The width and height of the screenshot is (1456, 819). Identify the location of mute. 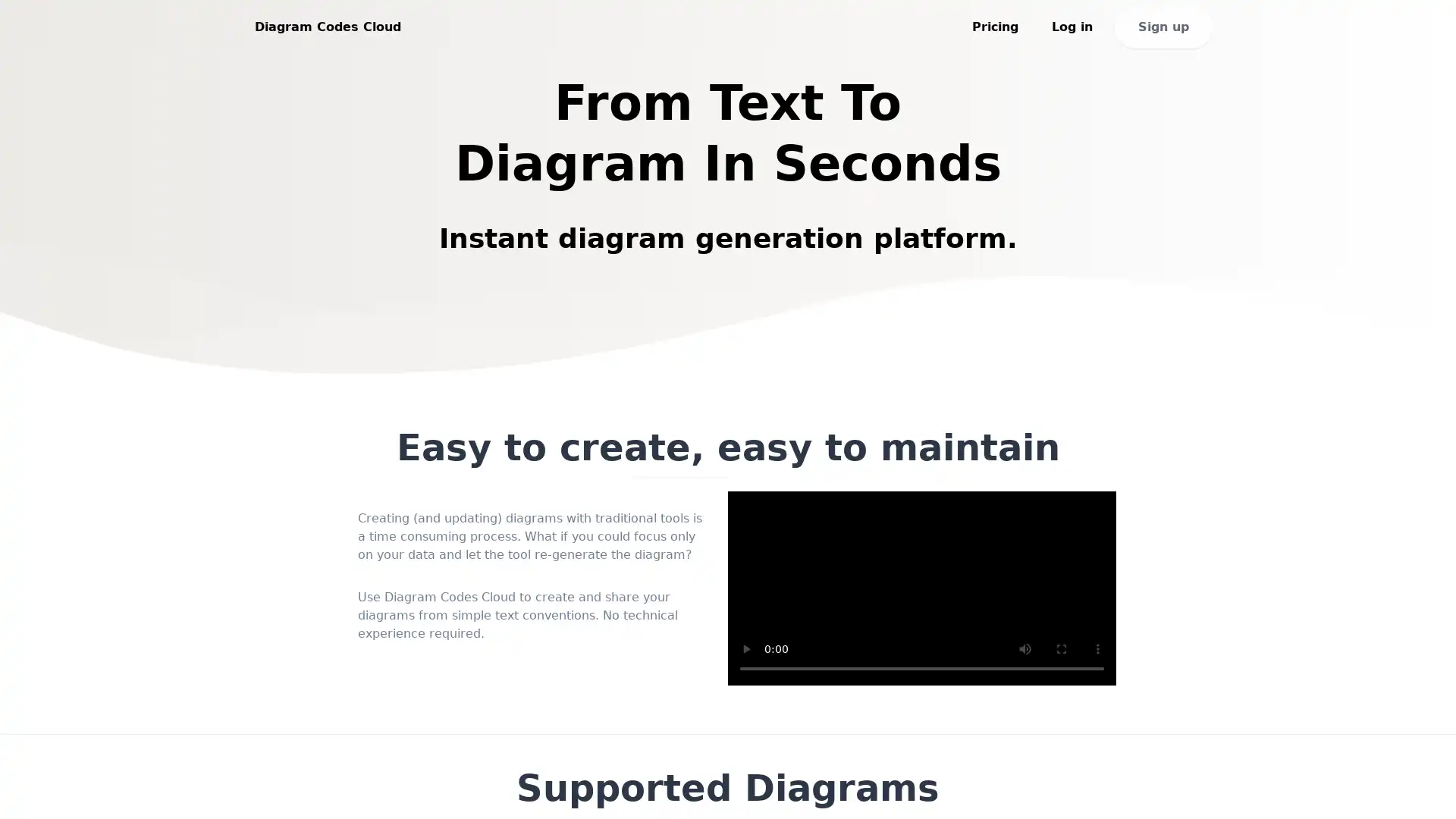
(1025, 648).